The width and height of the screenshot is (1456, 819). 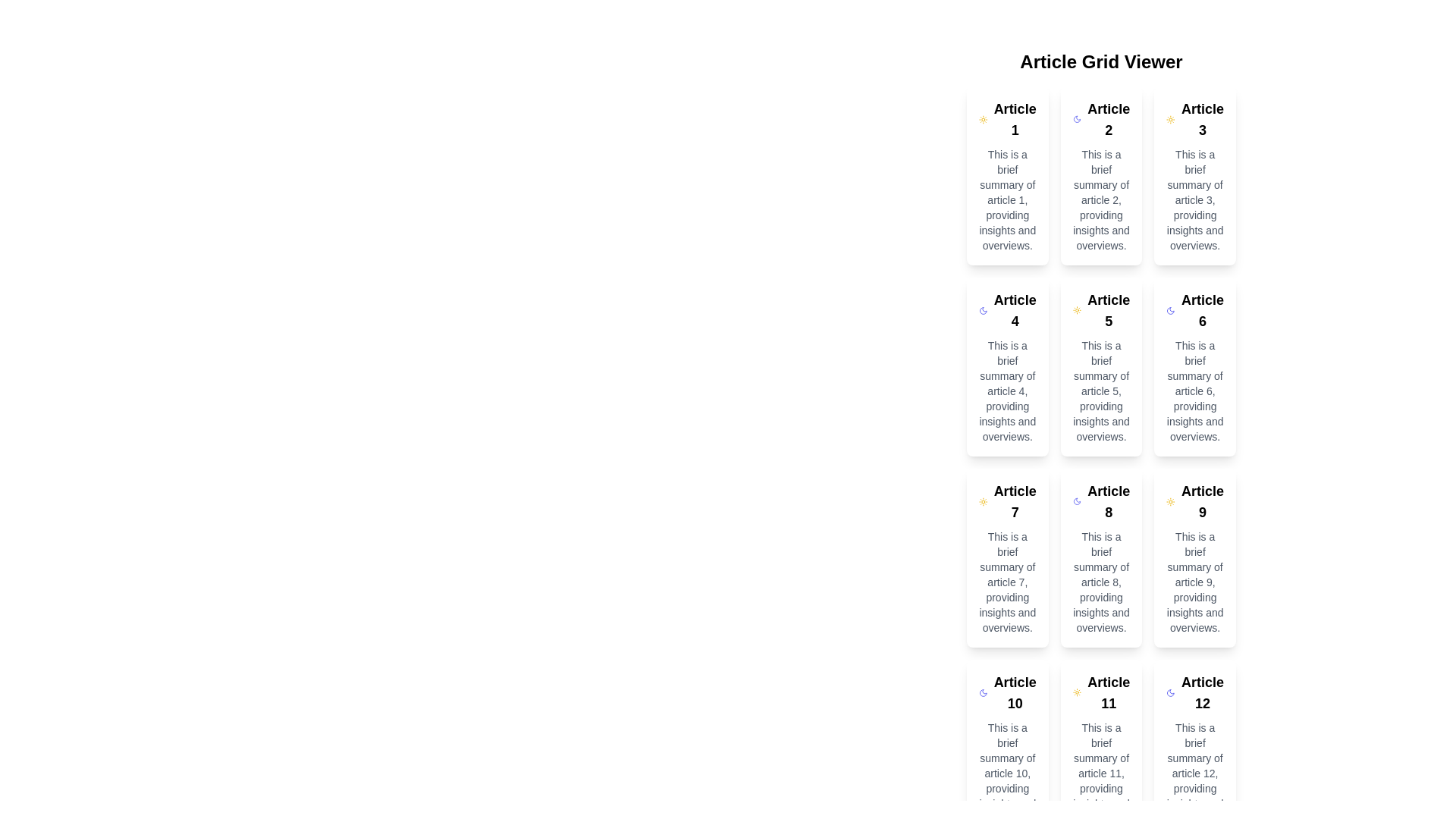 I want to click on summary text from the Informational card displaying an overview of Article 6, which is located in the third row and third column of the grid structure, so click(x=1194, y=366).